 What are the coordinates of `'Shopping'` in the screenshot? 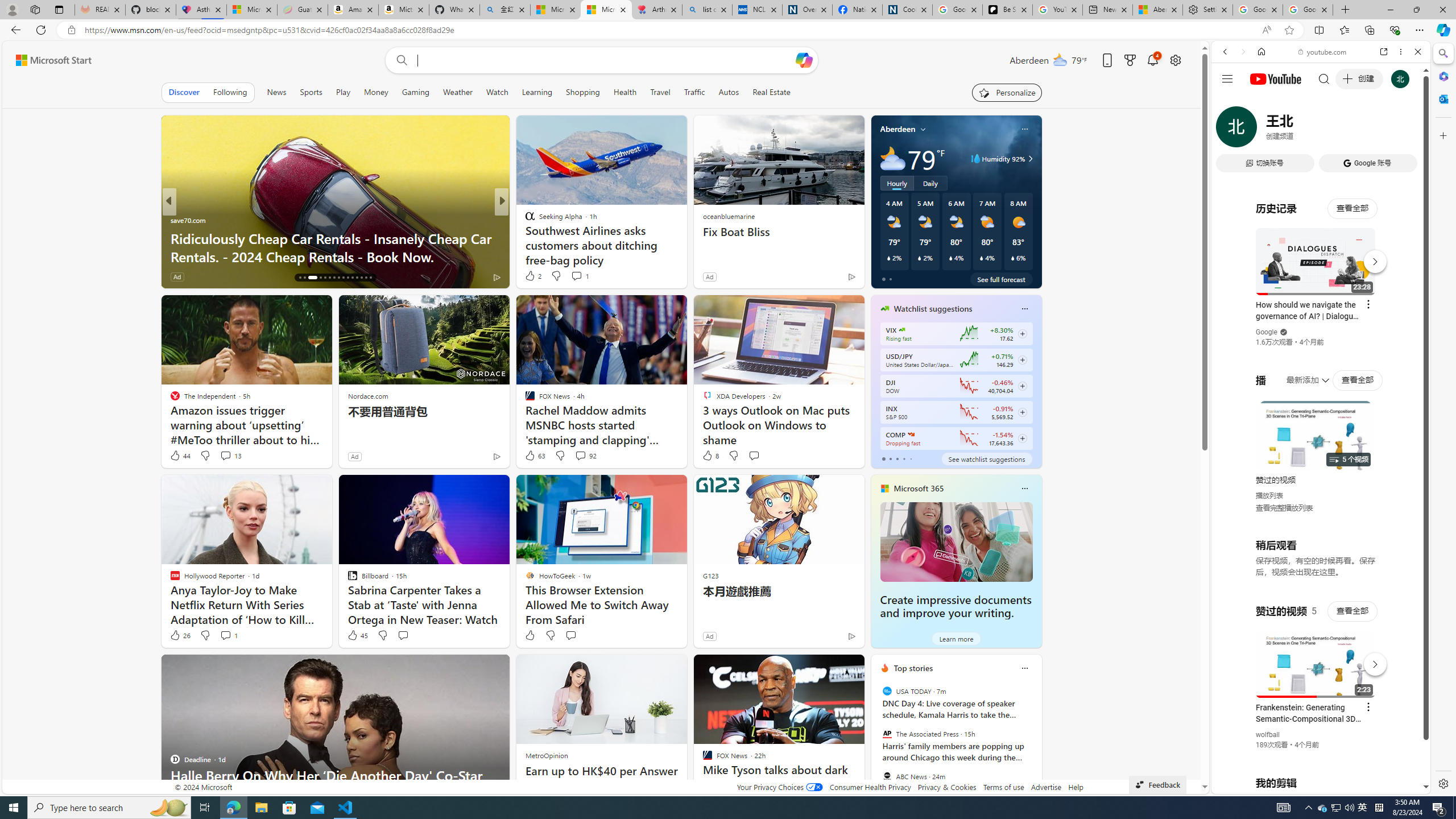 It's located at (582, 92).